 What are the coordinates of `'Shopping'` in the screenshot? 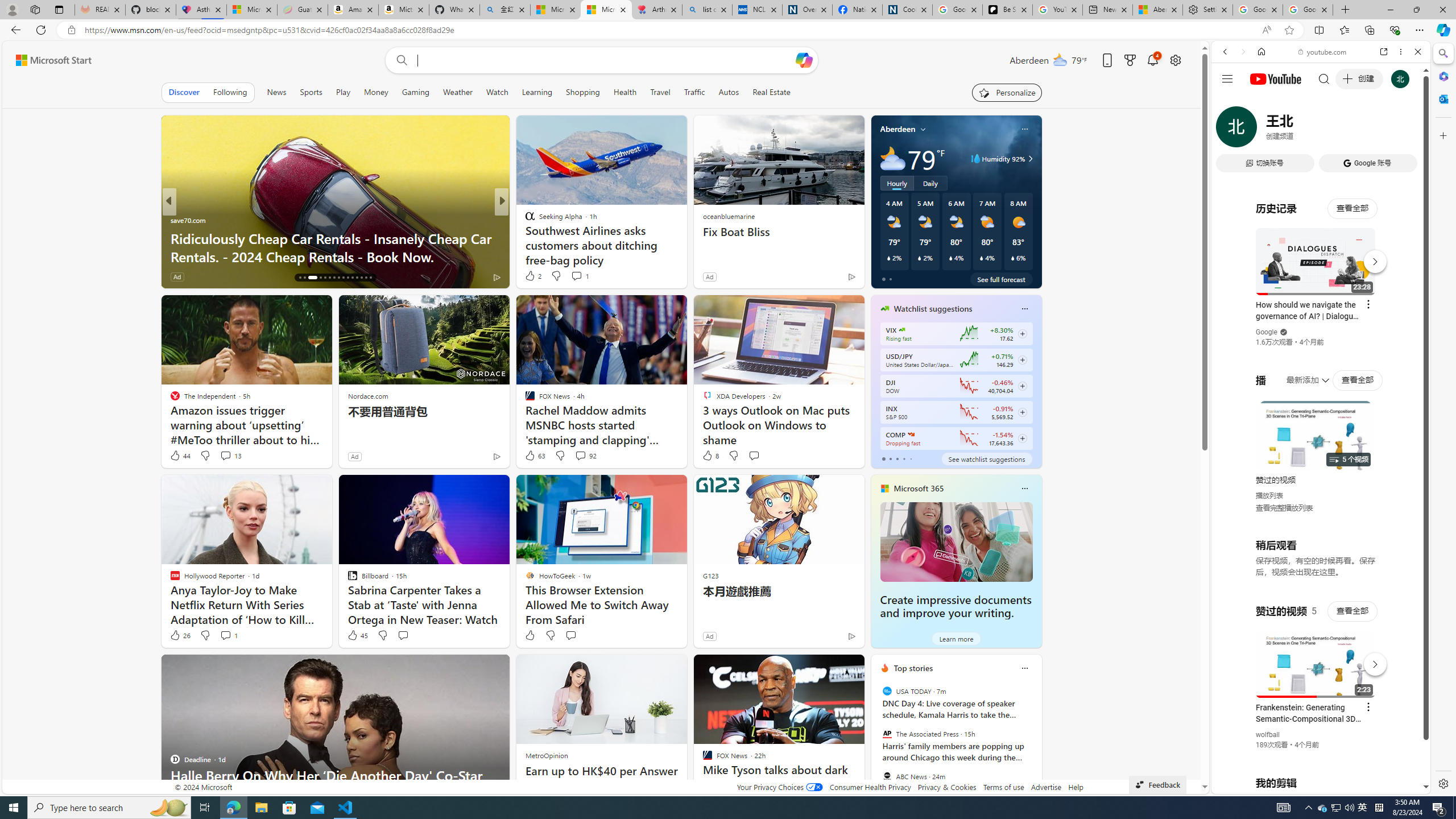 It's located at (582, 92).